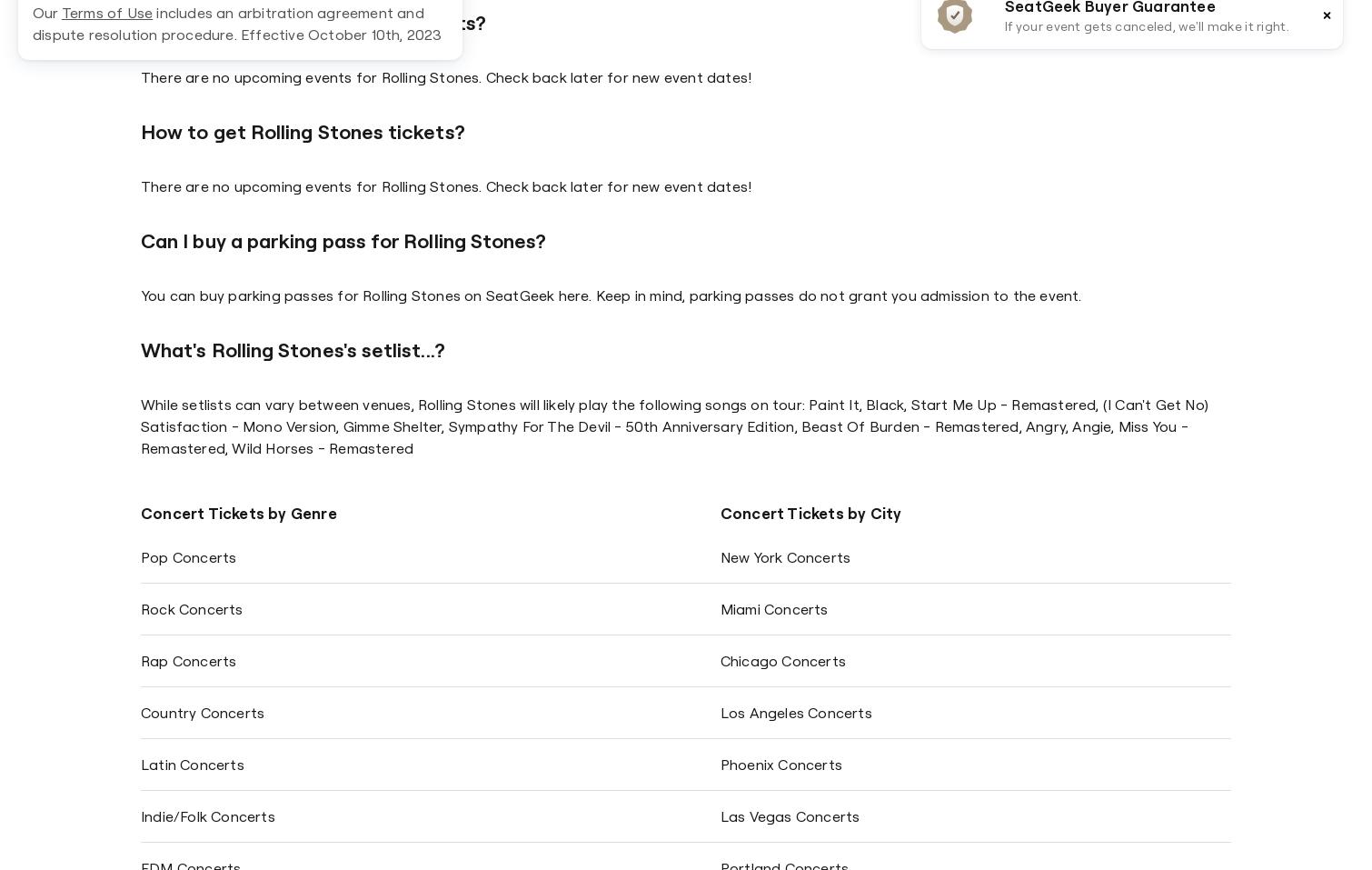  Describe the element at coordinates (188, 555) in the screenshot. I see `'Pop Concerts'` at that location.